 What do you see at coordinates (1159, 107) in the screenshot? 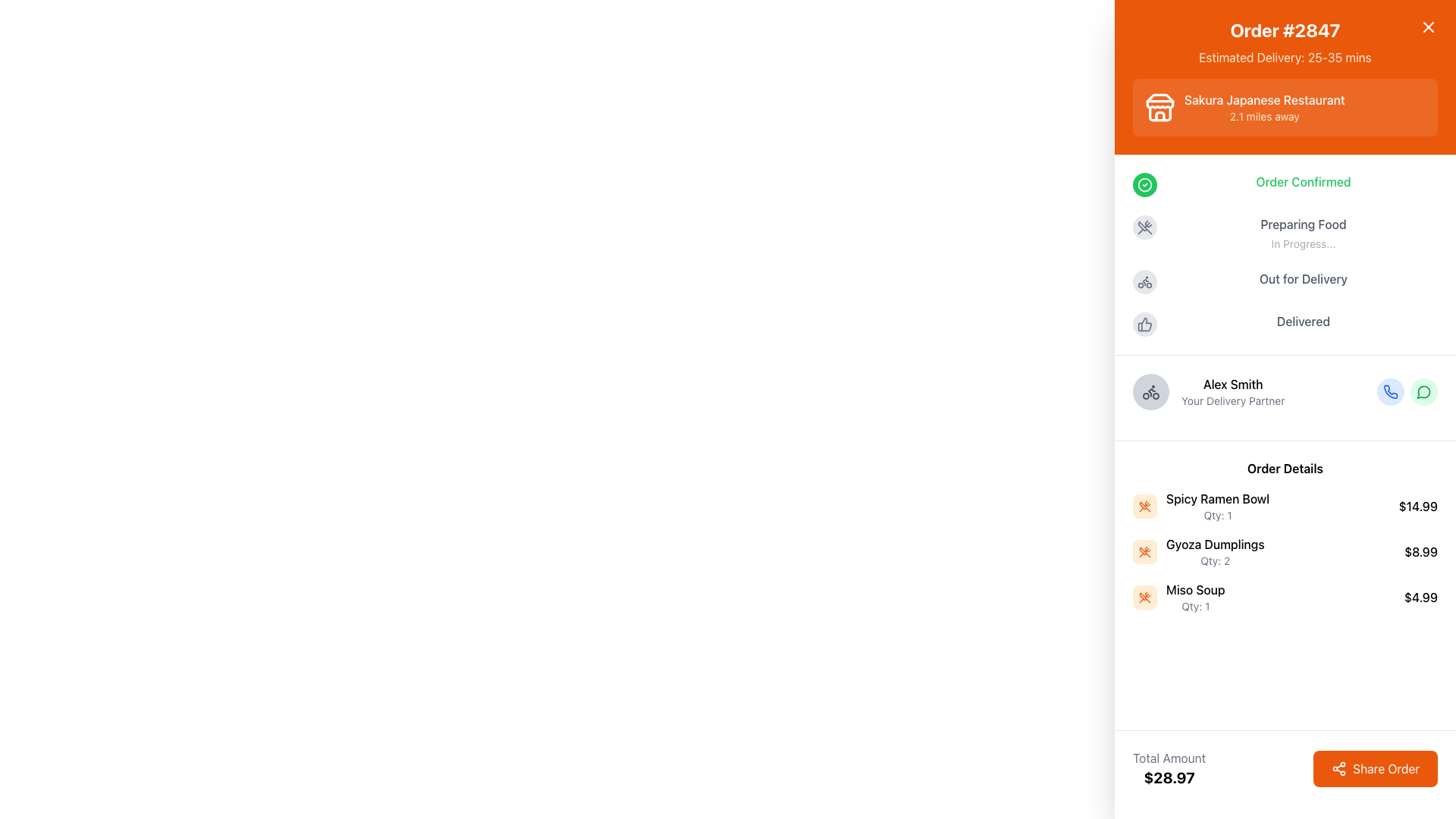
I see `orange-colored store icon located at the top of the sidebar, which is adjacent to the text block for 'Sakura Japanese Restaurant 2.1 miles away.'` at bounding box center [1159, 107].